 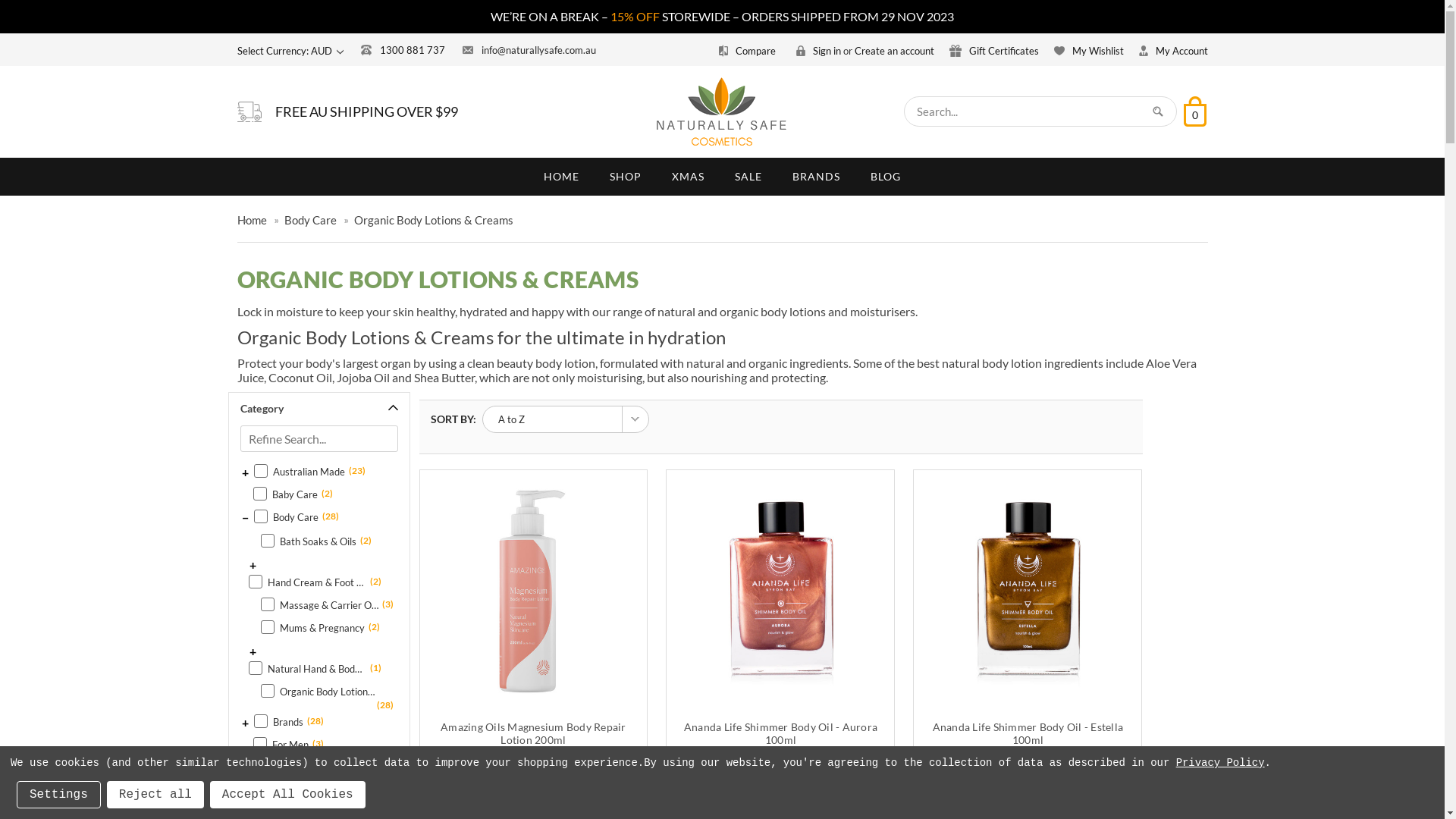 I want to click on 'Privacy Policy', so click(x=1220, y=763).